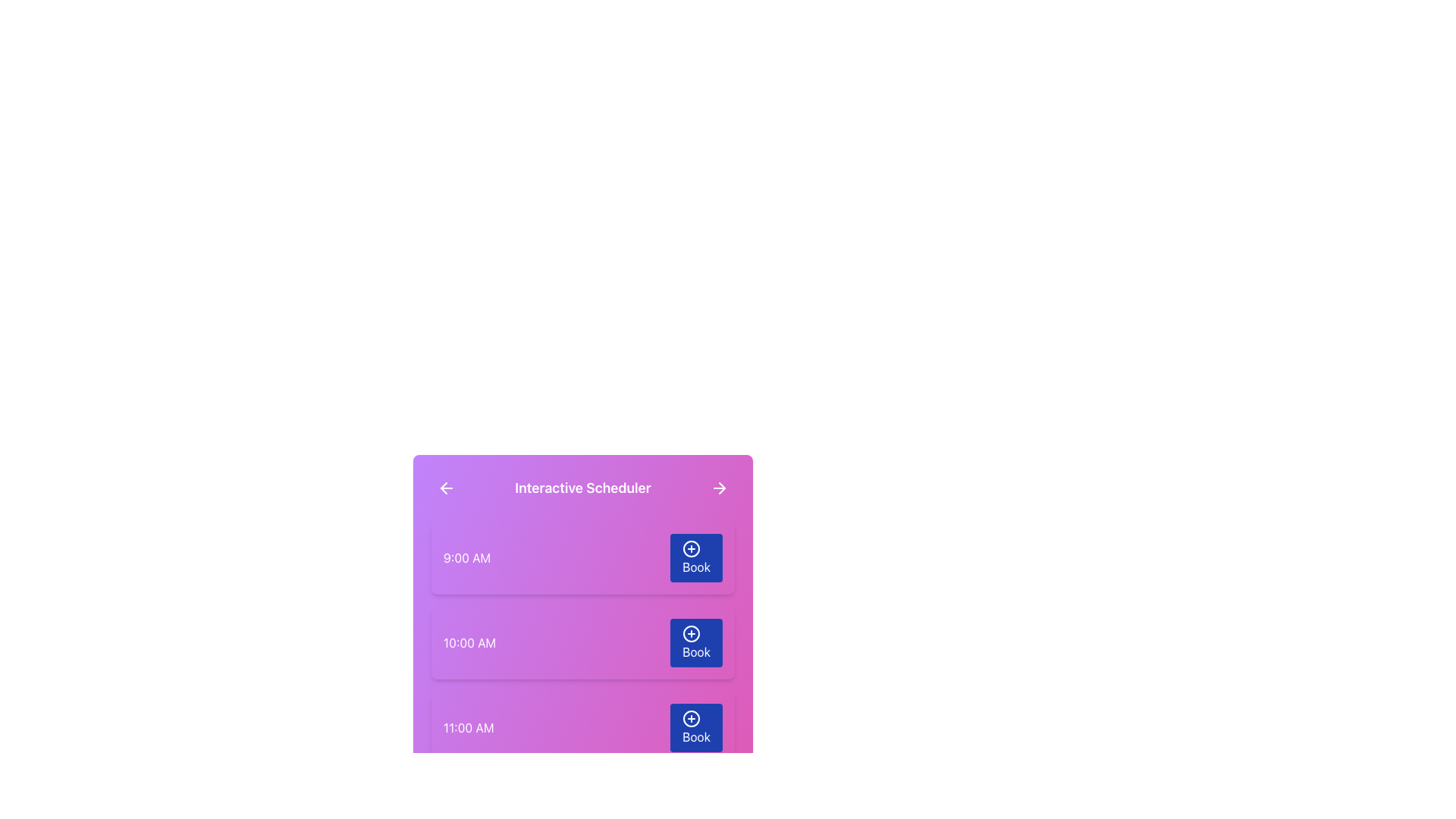 The height and width of the screenshot is (819, 1456). I want to click on the circular icon with a '+' symbol inside, styled with a blue background and a white stroke, located towards the upper right corner of the 'Book' button connected to the '9:00 AM' entry in the scheduler list for information about its functionality, so click(691, 549).